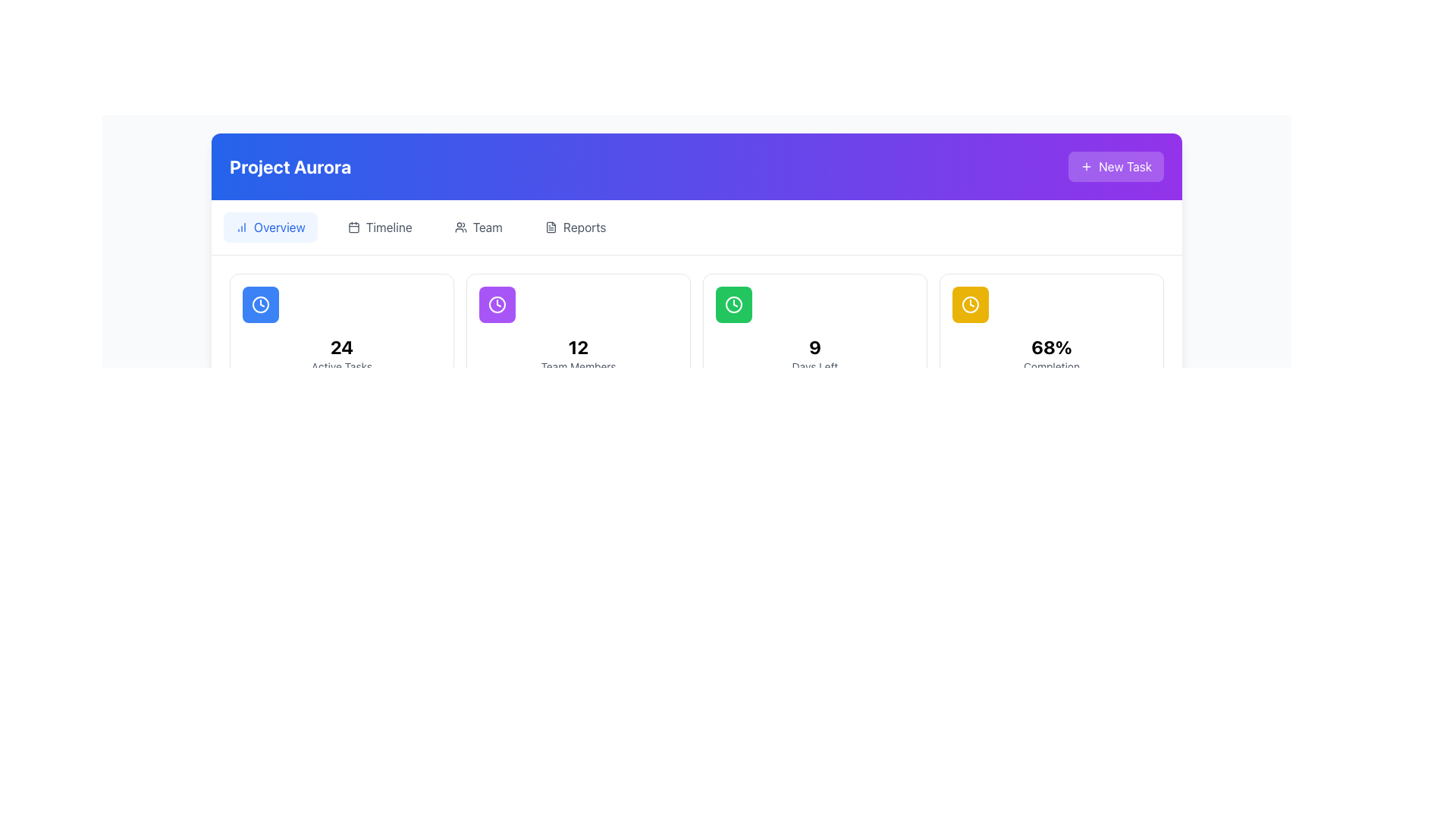 The image size is (1456, 819). I want to click on the 'Team' menu item, which is a text and icon combination styled with padding and a rounded shape in the top navigation menu, so click(477, 227).